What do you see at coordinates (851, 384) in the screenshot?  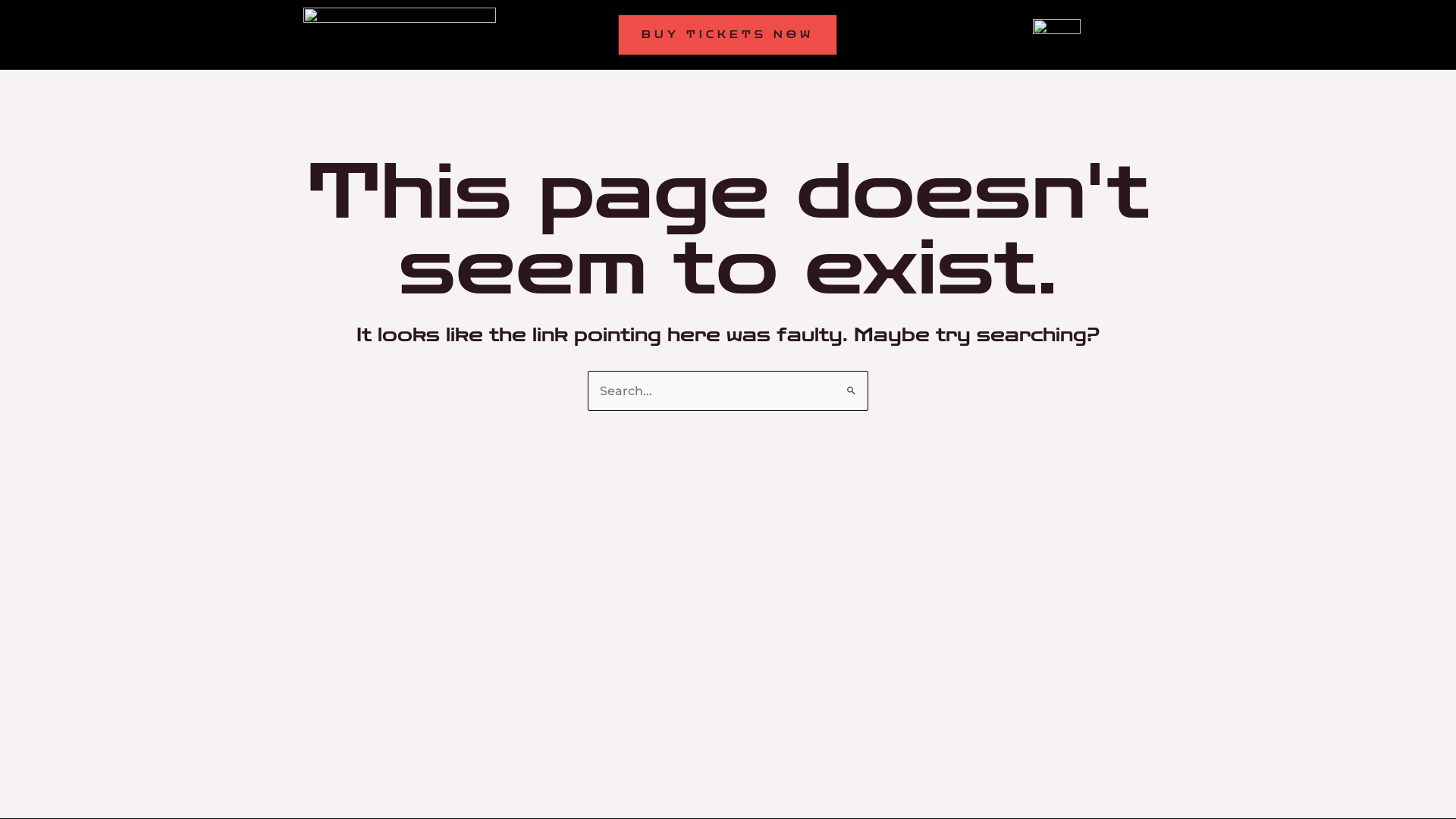 I see `'Search'` at bounding box center [851, 384].